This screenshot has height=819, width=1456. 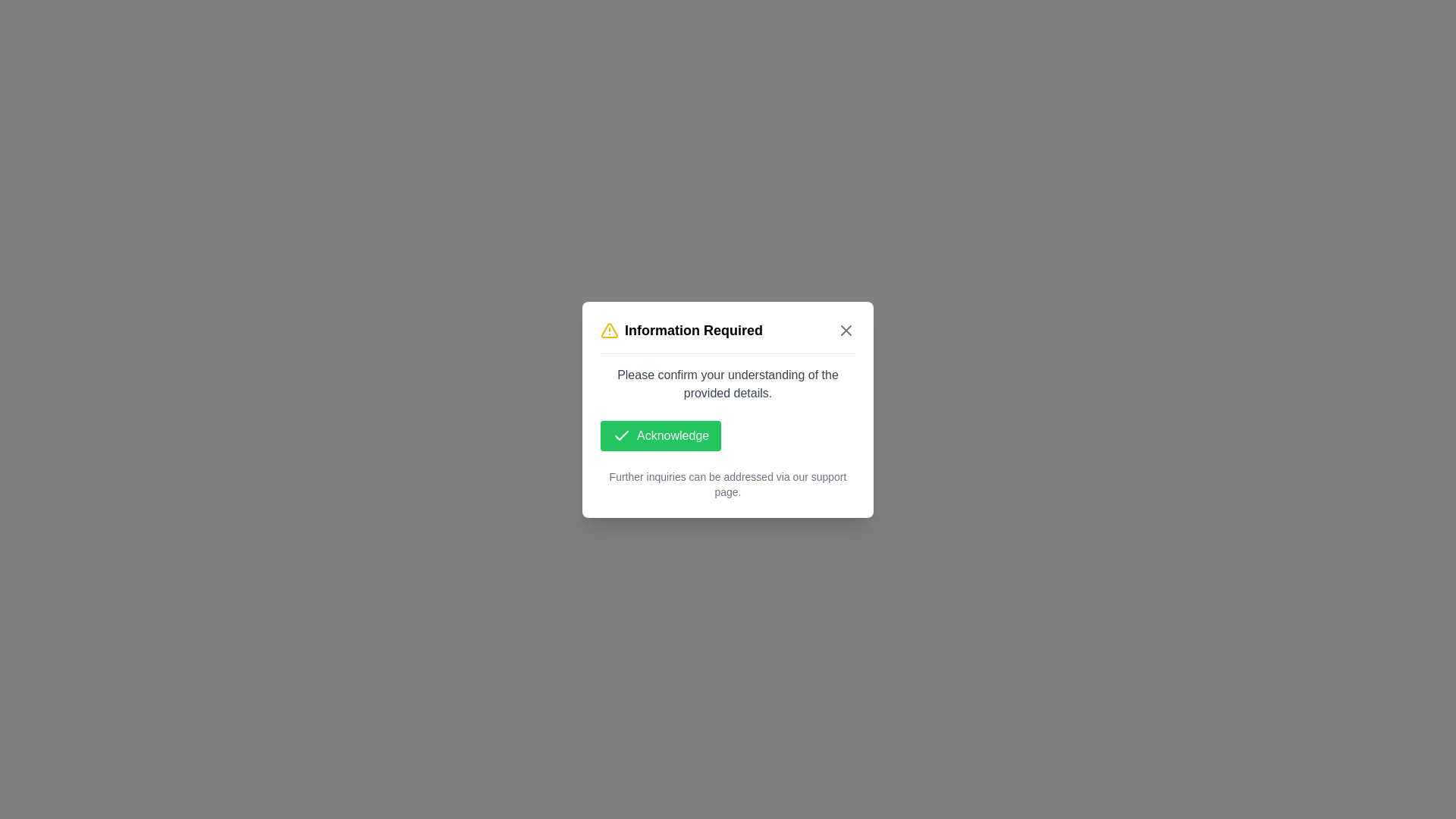 I want to click on the title and icon of the dialog to inspect their details, so click(x=610, y=329).